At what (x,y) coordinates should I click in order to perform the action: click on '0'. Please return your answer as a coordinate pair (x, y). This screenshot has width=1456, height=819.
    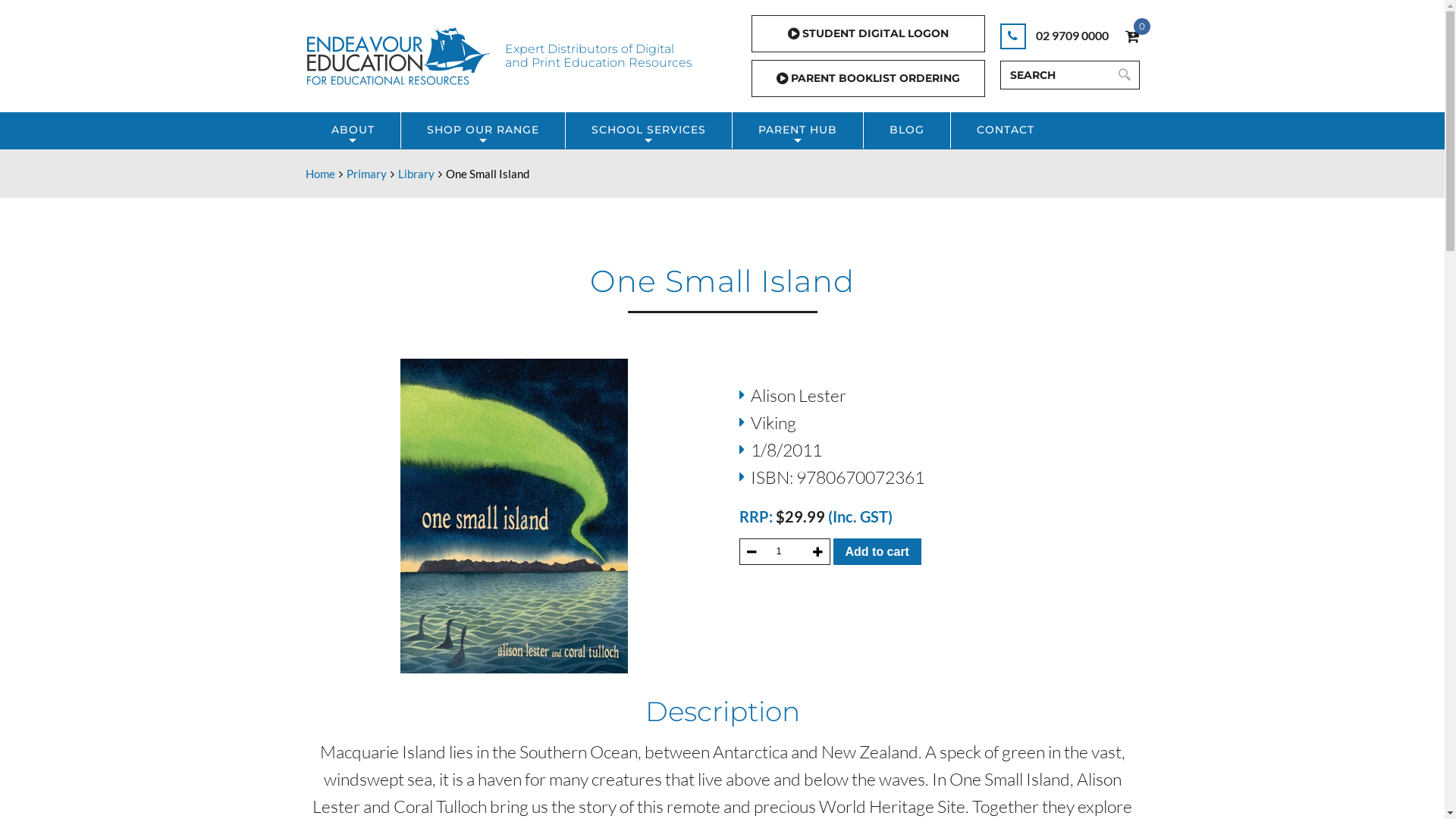
    Looking at the image, I should click on (1132, 35).